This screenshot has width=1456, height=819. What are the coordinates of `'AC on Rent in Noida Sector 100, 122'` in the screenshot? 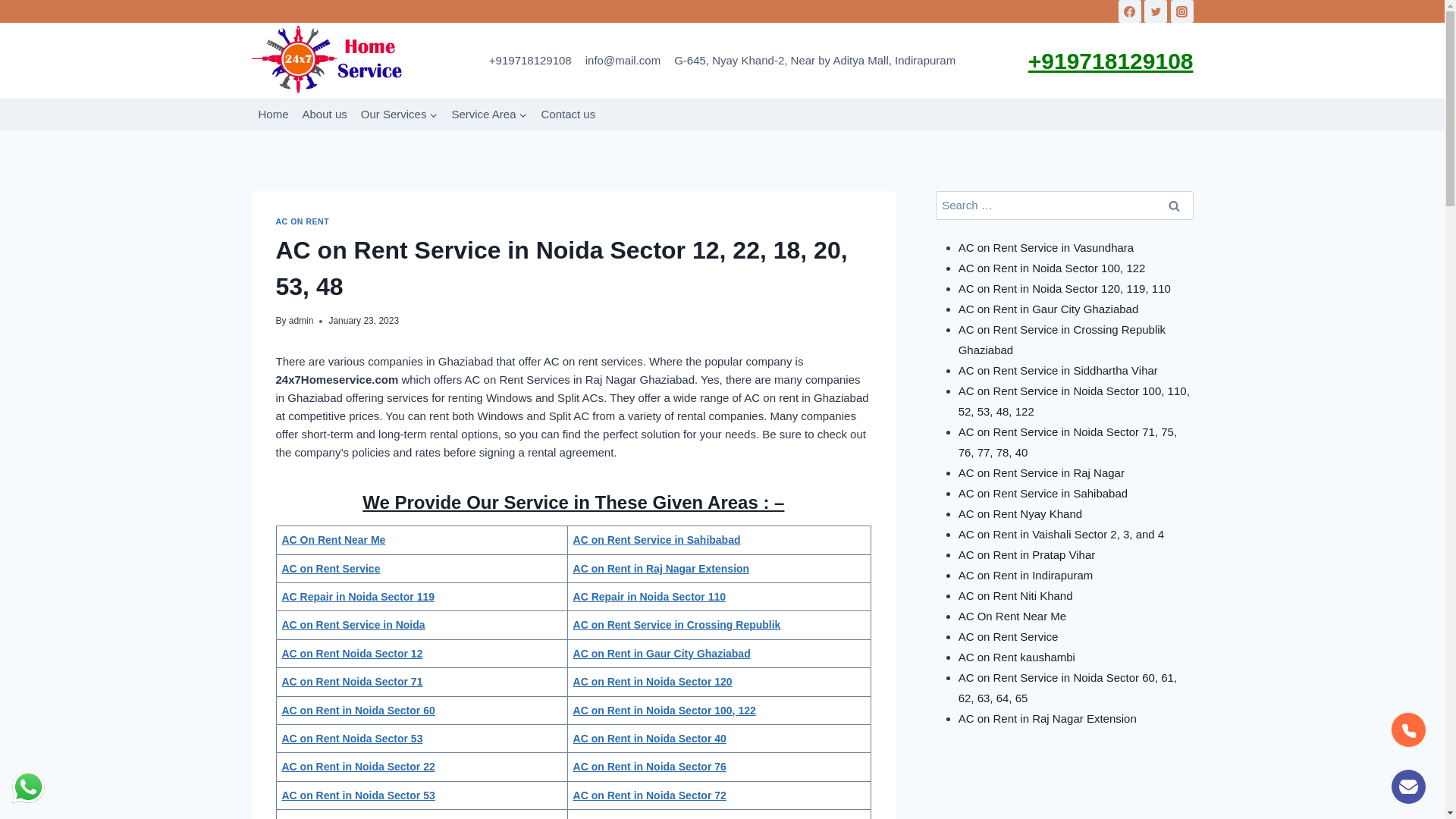 It's located at (1051, 266).